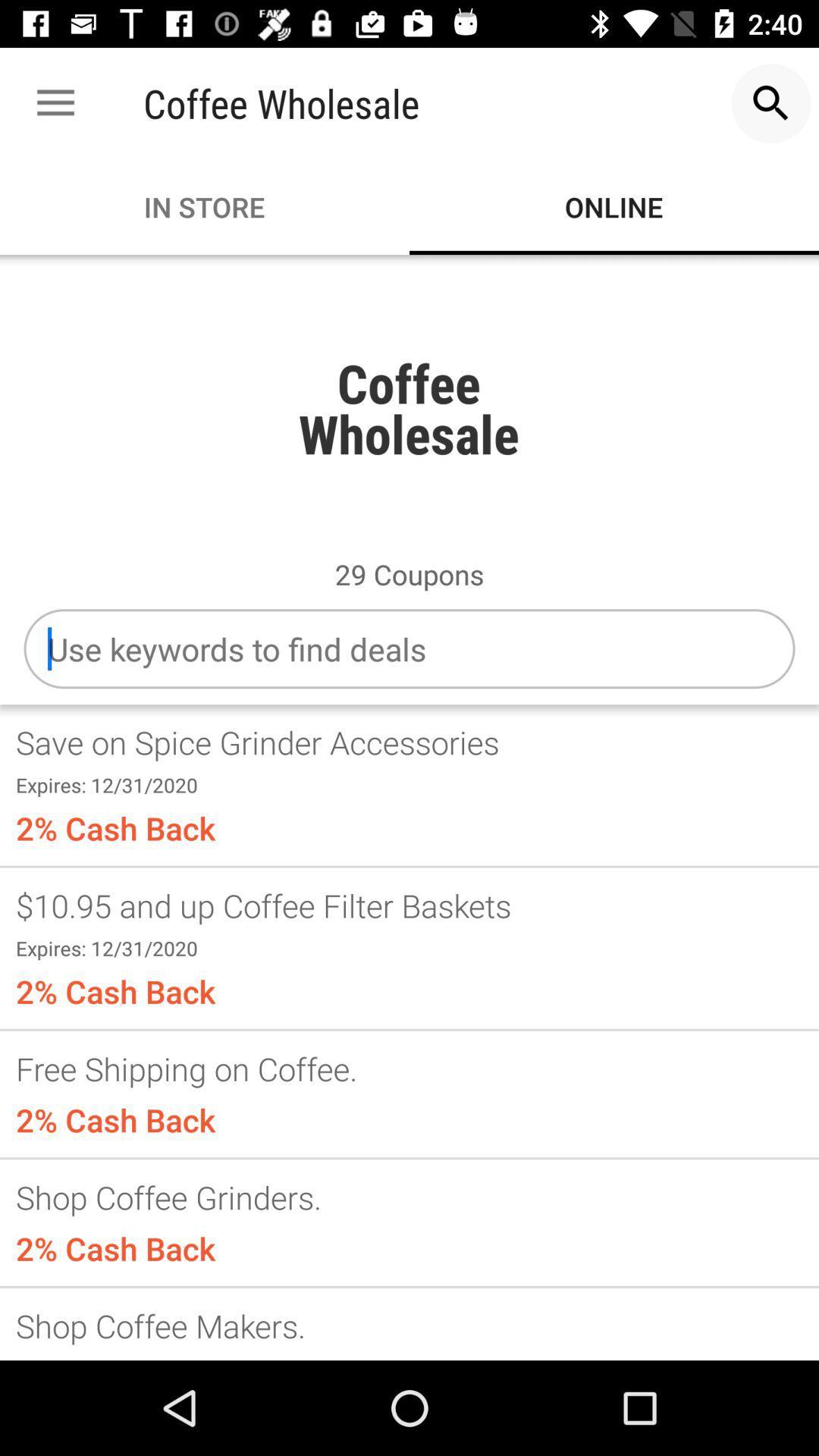  I want to click on the icon next to coffee wholesale icon, so click(55, 102).